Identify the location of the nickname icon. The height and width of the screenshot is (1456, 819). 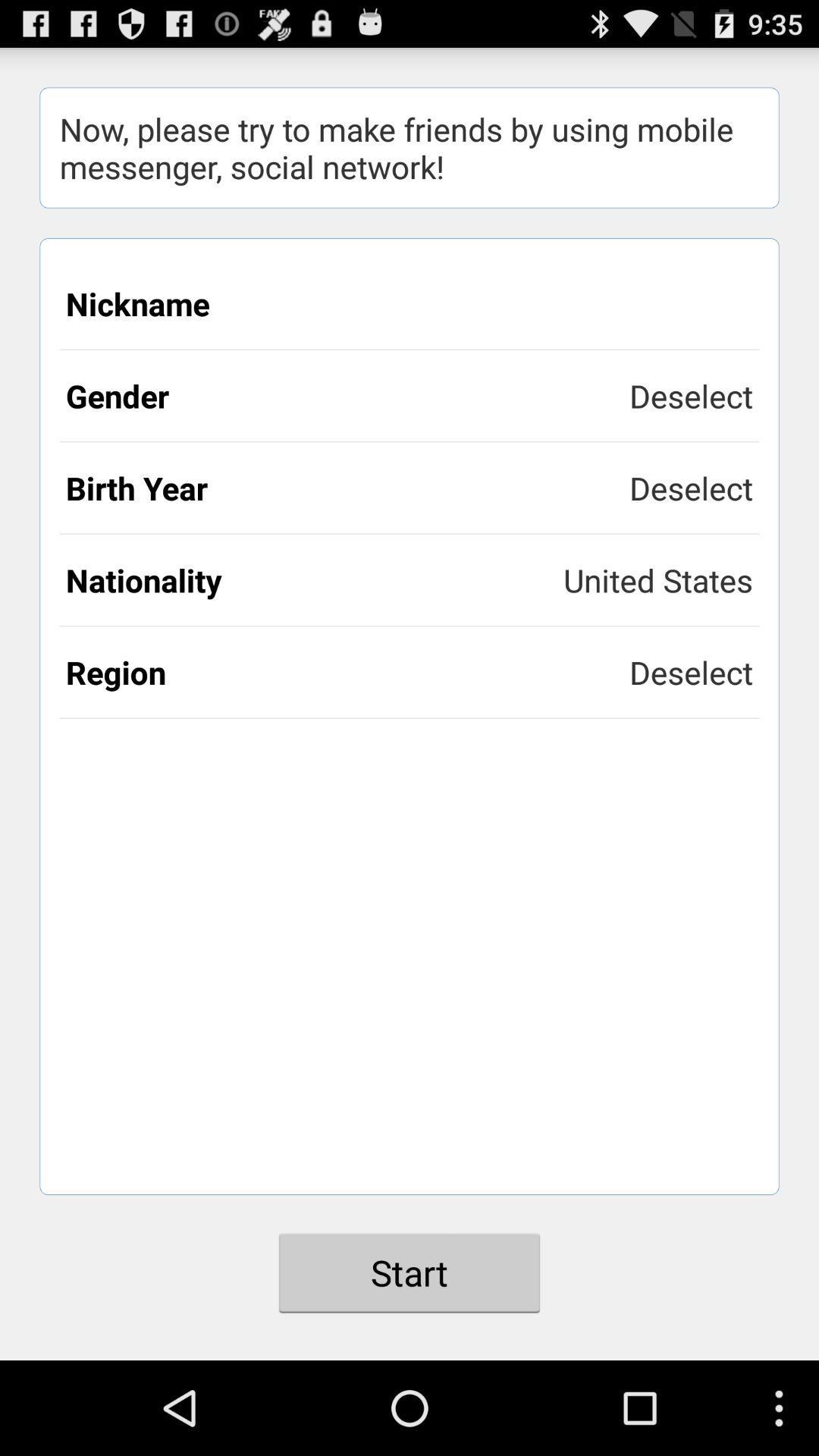
(409, 303).